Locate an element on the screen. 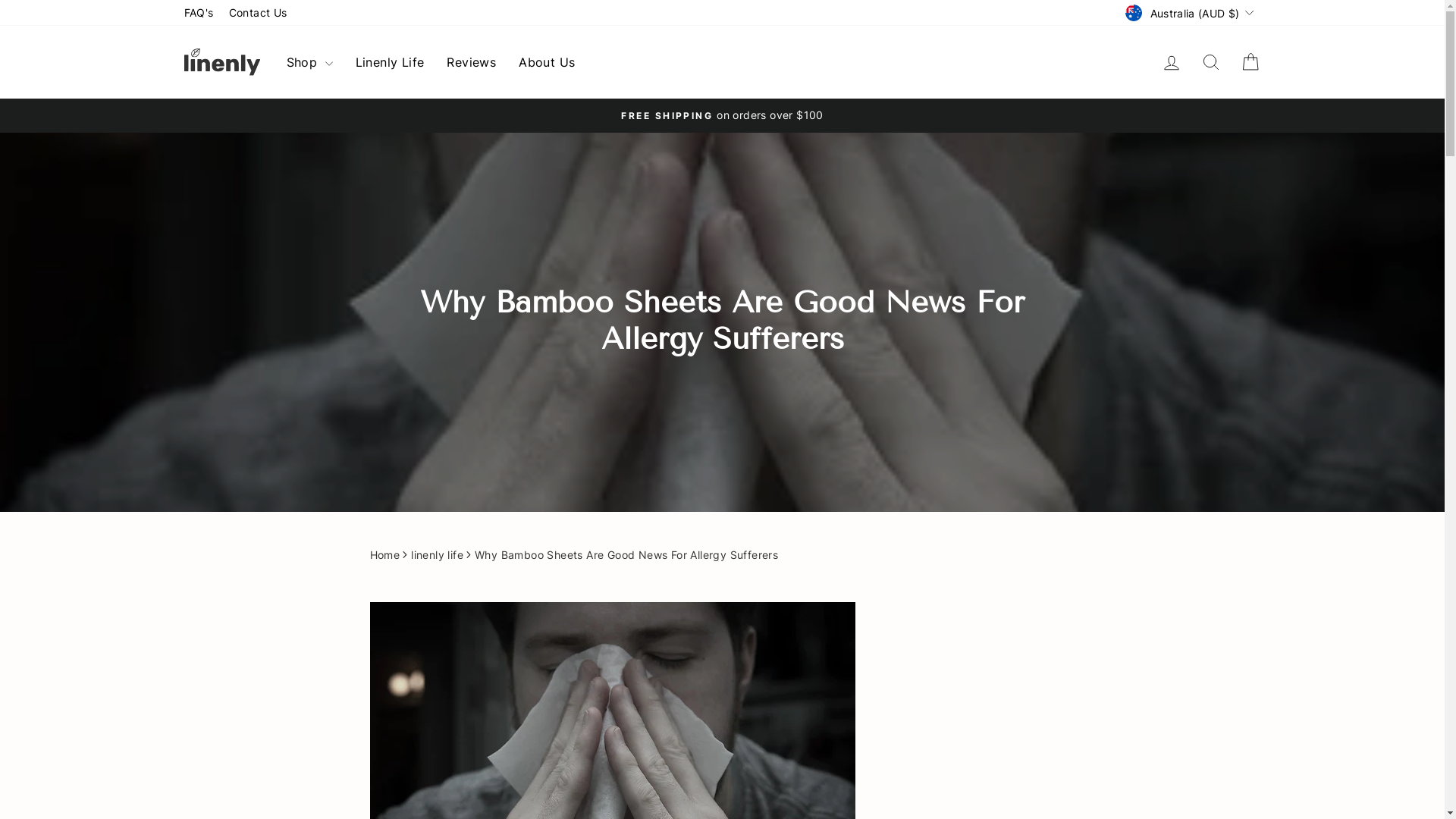  'Reviews' is located at coordinates (470, 61).